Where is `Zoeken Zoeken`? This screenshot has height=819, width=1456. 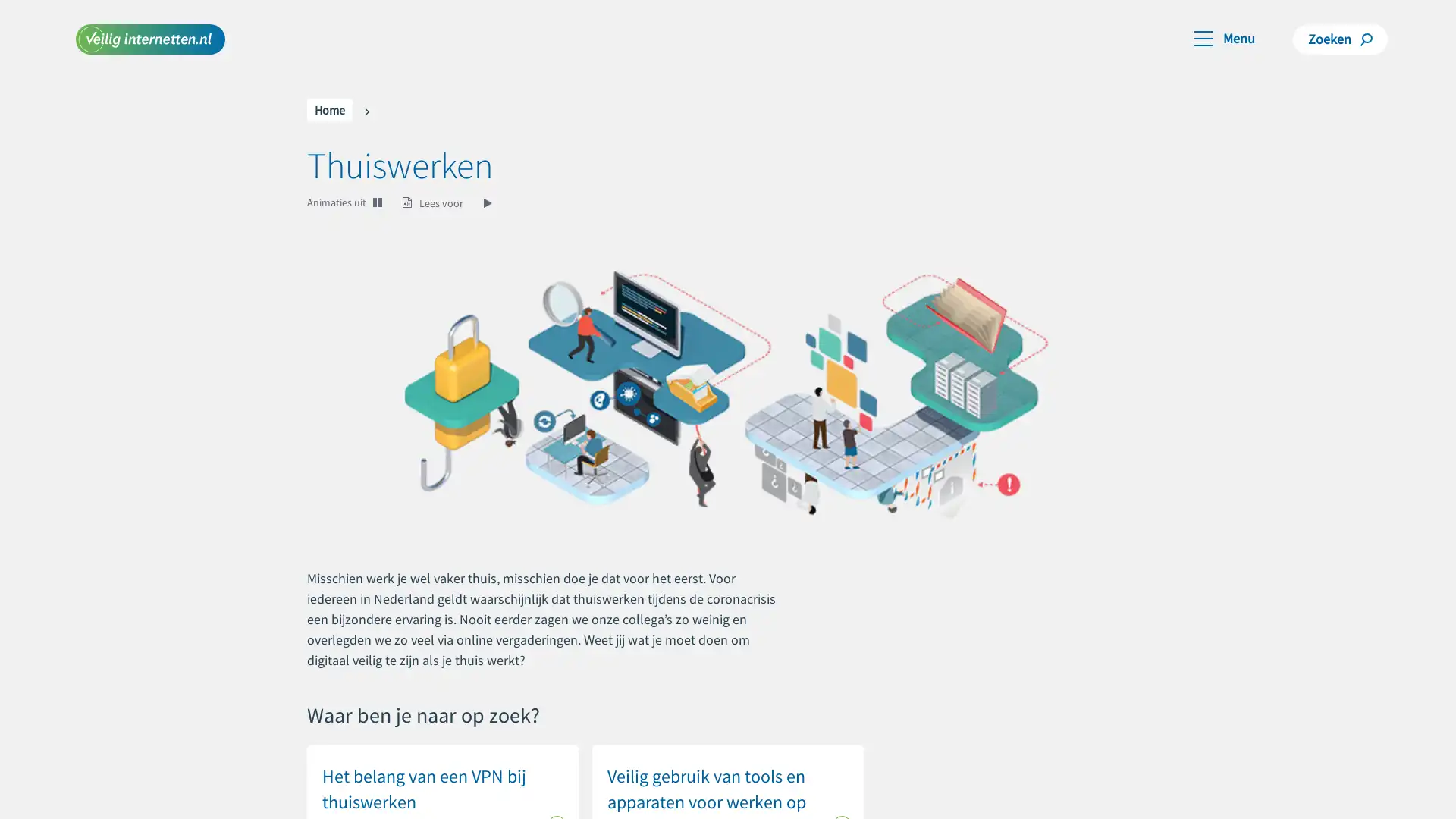
Zoeken Zoeken is located at coordinates (1340, 38).